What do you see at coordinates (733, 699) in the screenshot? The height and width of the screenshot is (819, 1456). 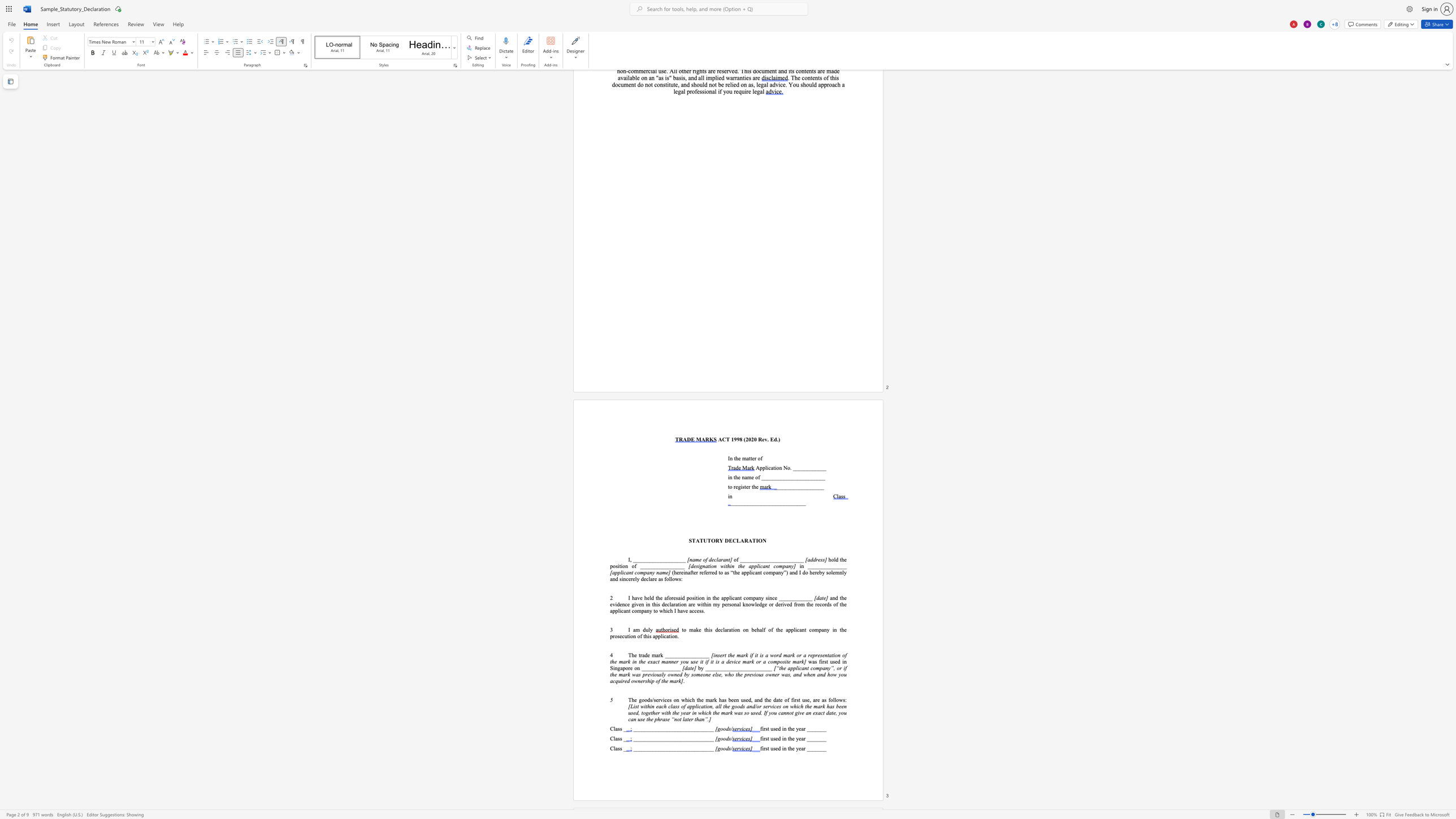 I see `the space between the continuous character "e" and "e" in the text` at bounding box center [733, 699].